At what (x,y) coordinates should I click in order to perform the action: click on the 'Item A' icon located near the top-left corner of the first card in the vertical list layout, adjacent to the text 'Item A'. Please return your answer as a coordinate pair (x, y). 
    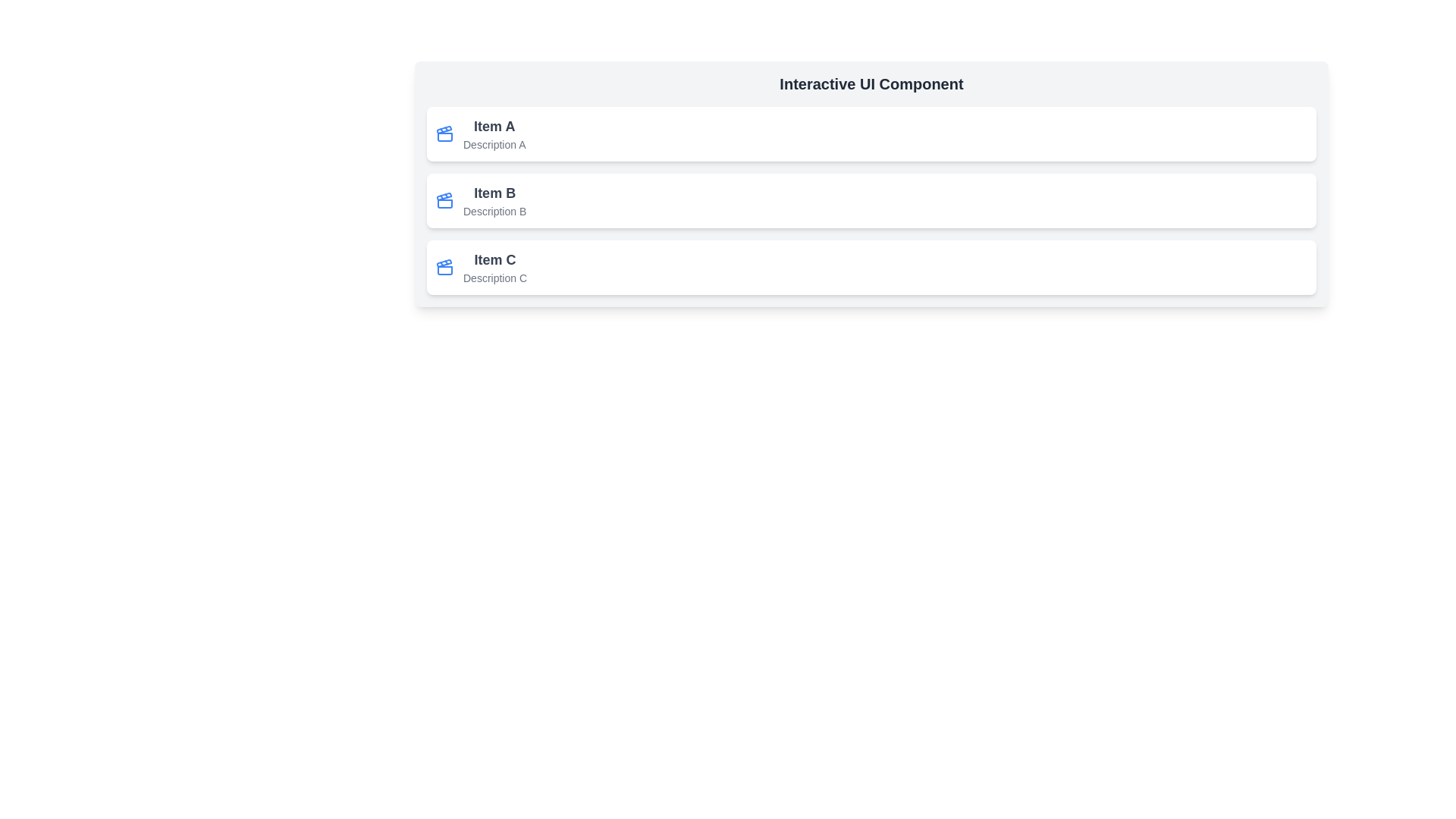
    Looking at the image, I should click on (444, 133).